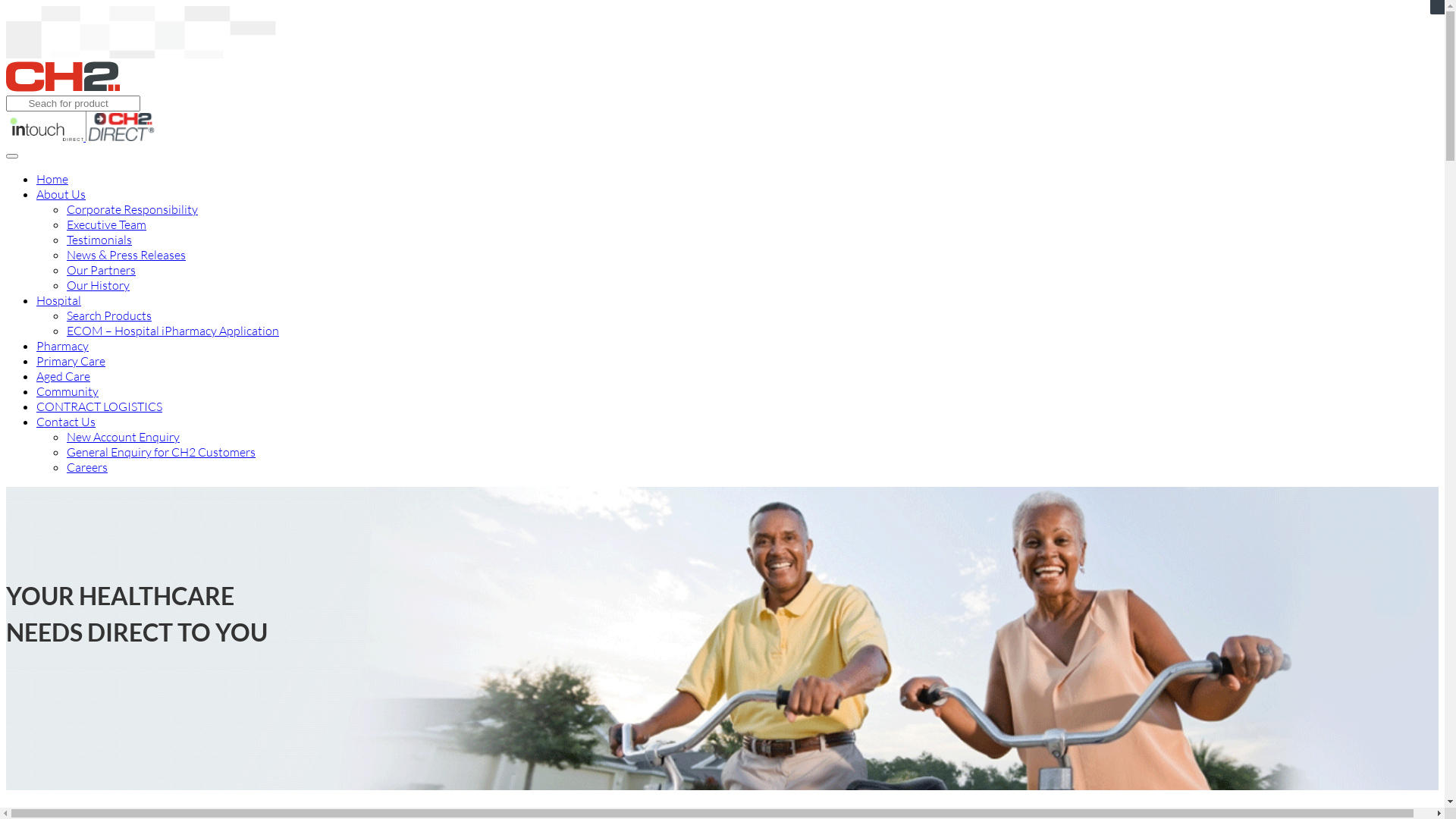  I want to click on 'Pharmacy', so click(61, 345).